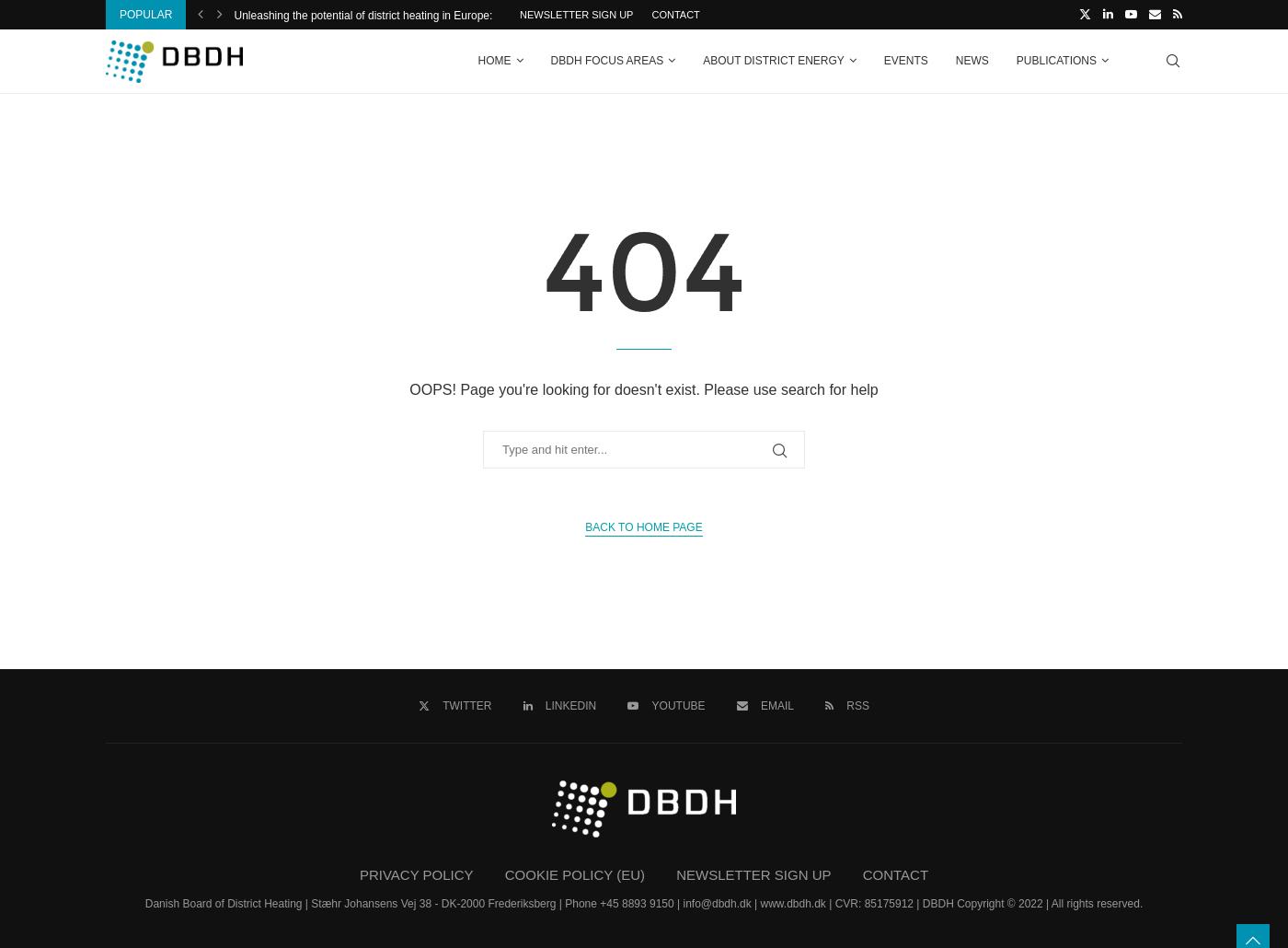  What do you see at coordinates (643, 901) in the screenshot?
I see `'Danish Board of District Heating | Stæhr Johansens Vej 38 - DK-2000 Frederiksberg | Phone +45 8893 9150 | info@dbdh.dk | www.dbdh.dk | CVR: 85175912 | DBDH
Copyright © 2022 | All rights reserved.'` at bounding box center [643, 901].